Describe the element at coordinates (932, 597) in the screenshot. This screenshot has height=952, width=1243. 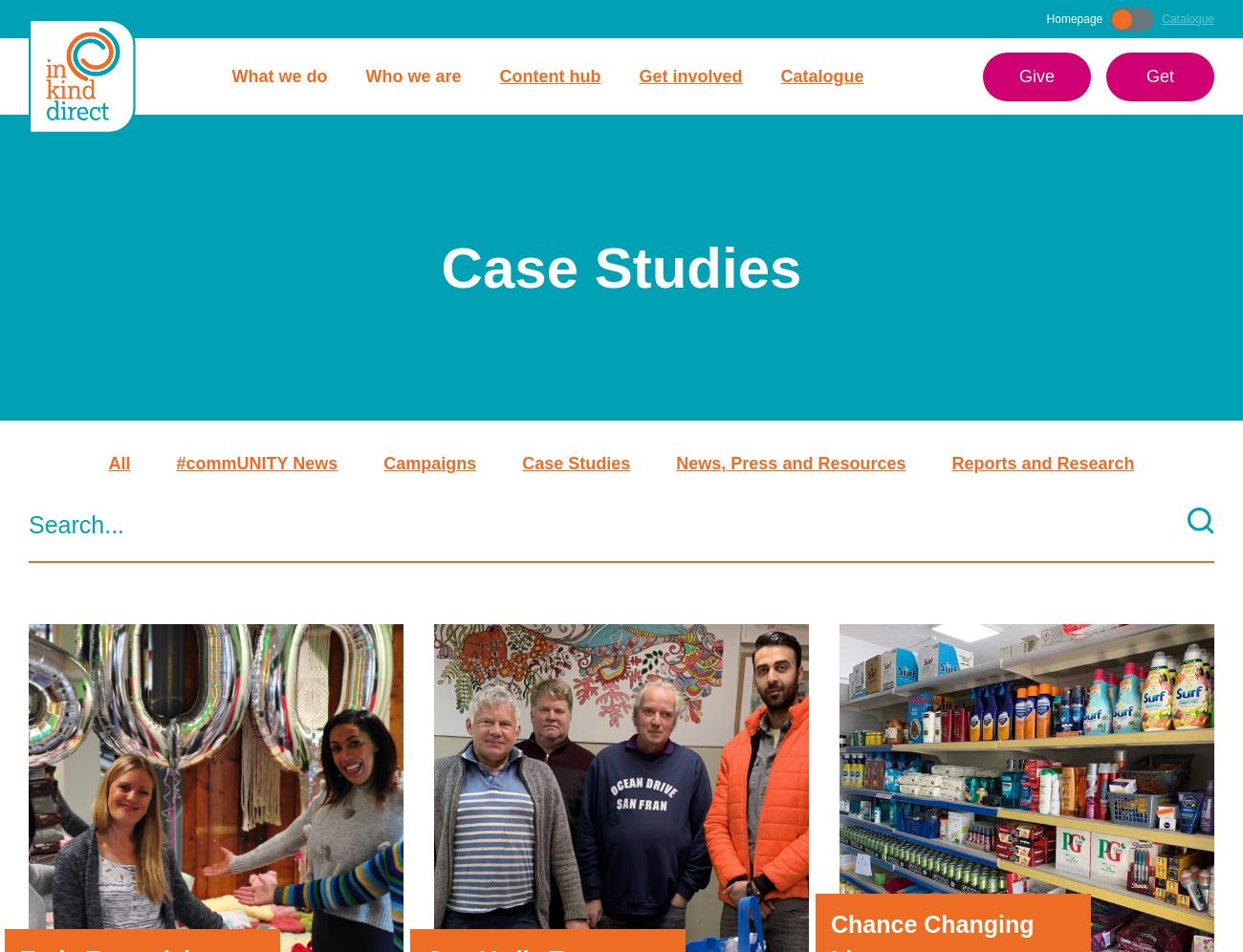
I see `'The Charlie Burns Foundation'` at that location.